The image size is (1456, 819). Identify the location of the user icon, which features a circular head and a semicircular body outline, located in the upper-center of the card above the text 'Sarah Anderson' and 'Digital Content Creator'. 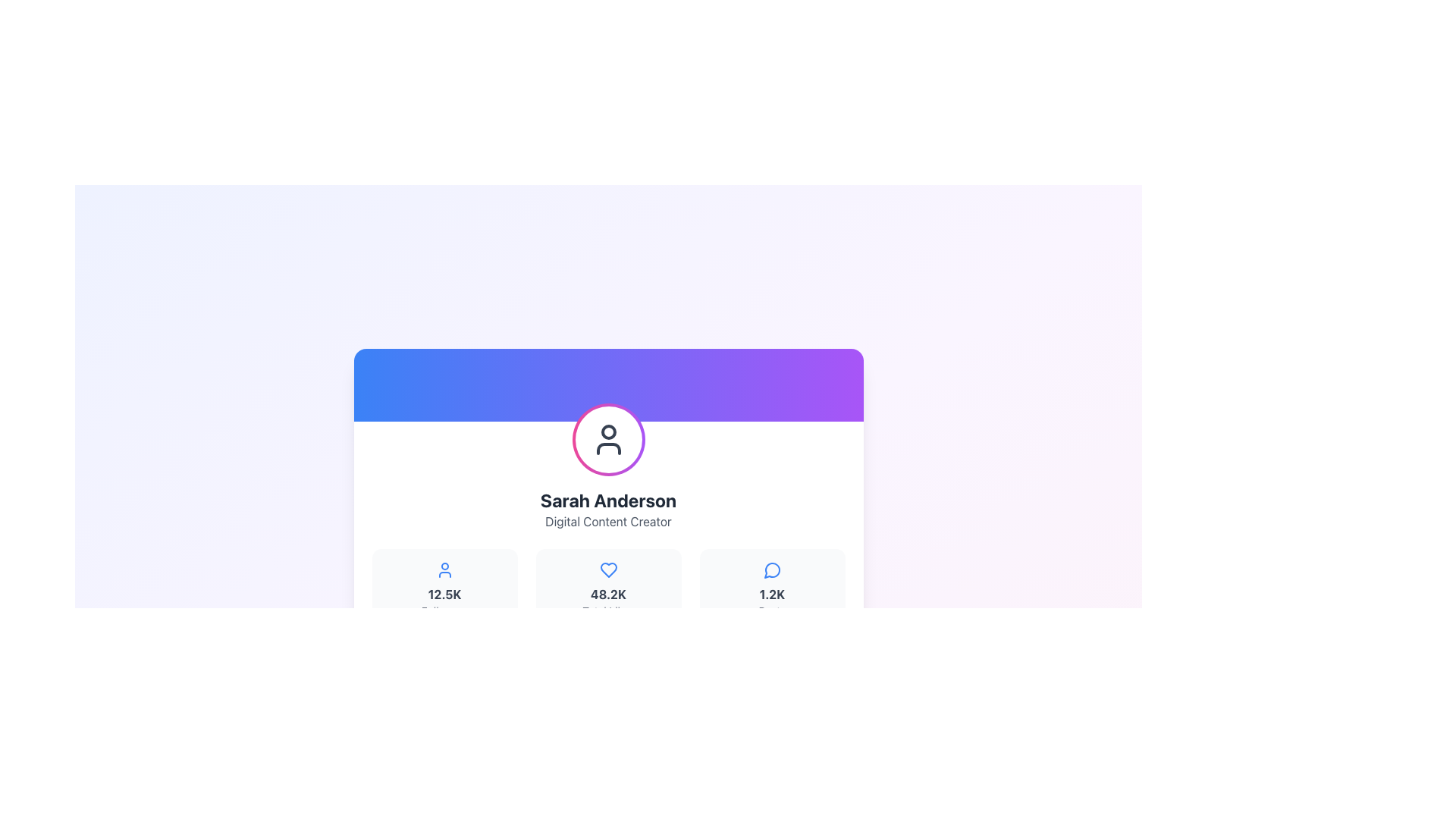
(608, 439).